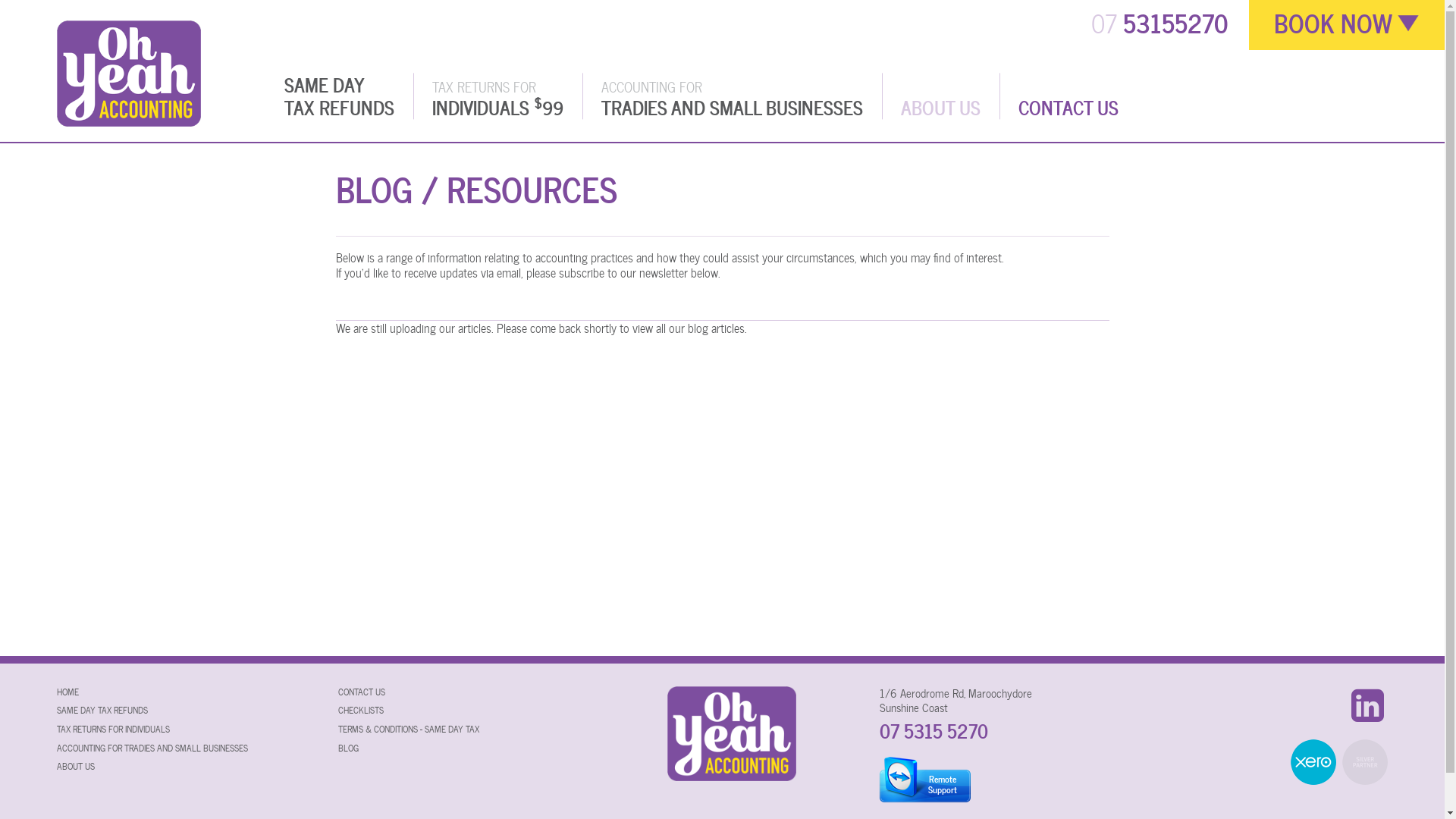 This screenshot has width=1456, height=819. Describe the element at coordinates (924, 778) in the screenshot. I see `'Remote Support'` at that location.